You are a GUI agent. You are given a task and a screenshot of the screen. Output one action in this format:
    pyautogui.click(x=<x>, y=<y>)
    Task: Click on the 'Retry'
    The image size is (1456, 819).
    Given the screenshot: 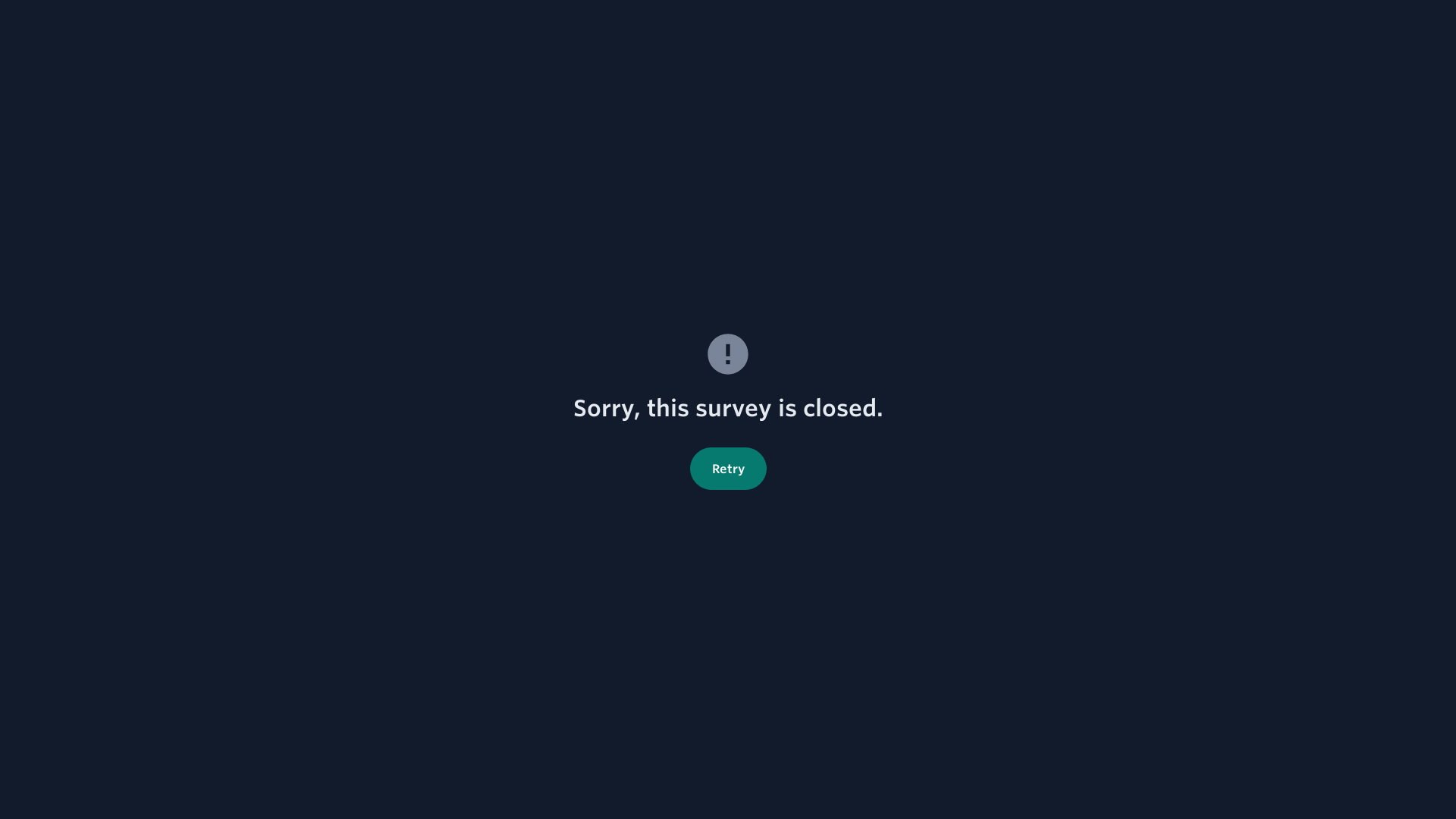 What is the action you would take?
    pyautogui.click(x=728, y=467)
    